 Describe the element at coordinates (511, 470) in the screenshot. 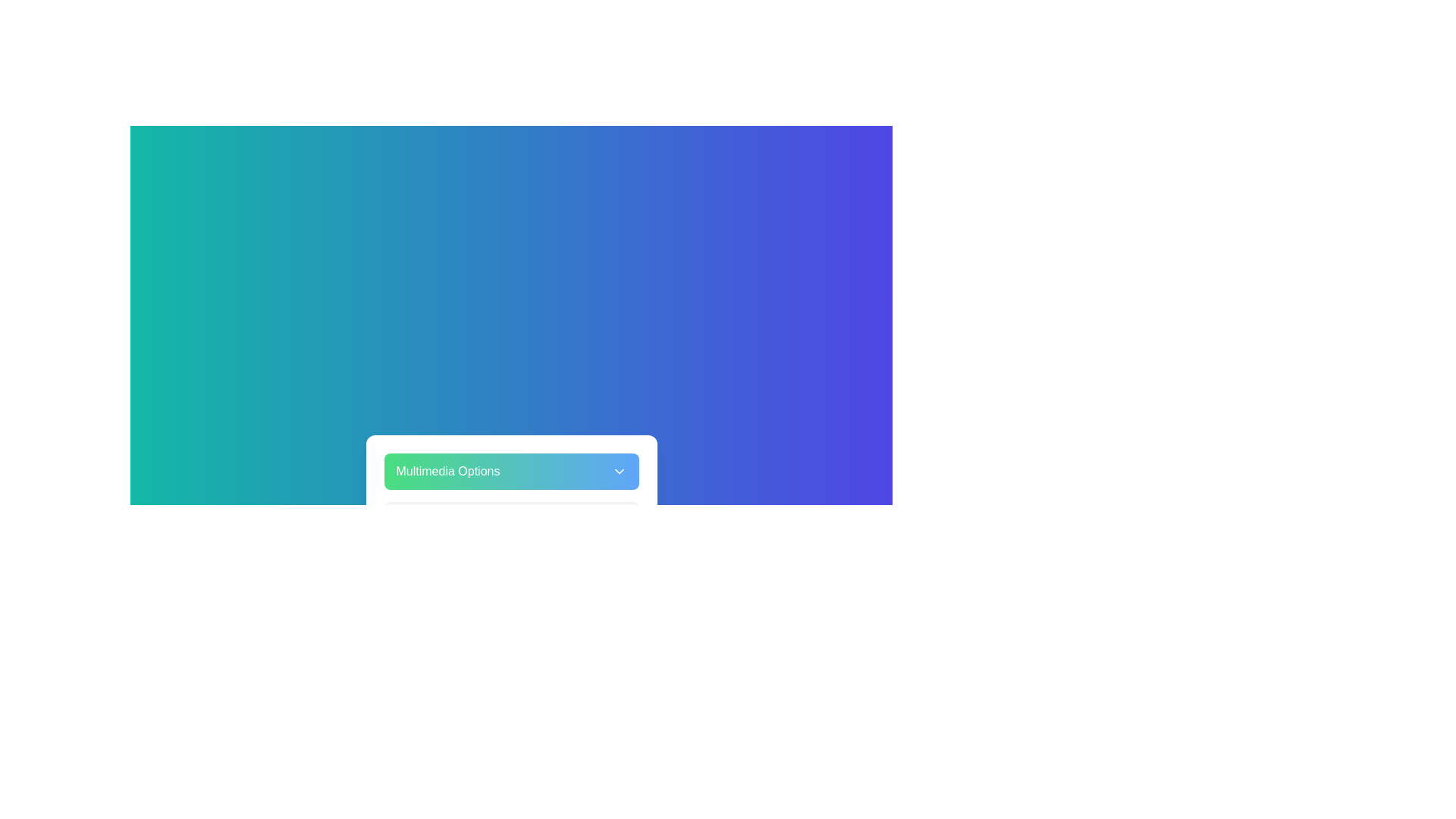

I see `the 'Multimedia Options' button to toggle the multimedia menu visibility` at that location.